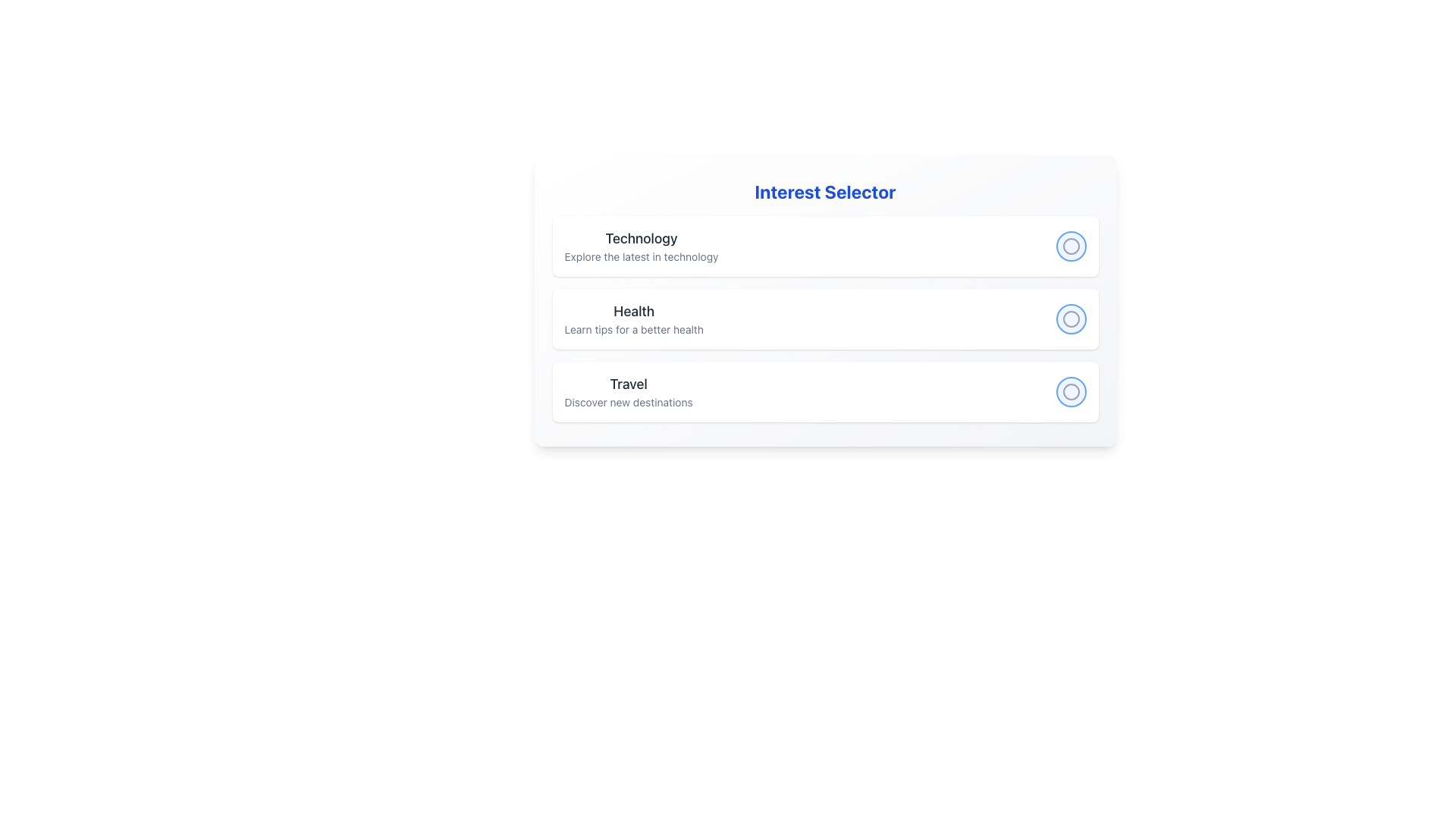 The width and height of the screenshot is (1456, 819). What do you see at coordinates (629, 391) in the screenshot?
I see `text for the category description of the selectable option titled 'Travel' which displays 'Discover new destinations' in the 'Interest Selector' interface` at bounding box center [629, 391].